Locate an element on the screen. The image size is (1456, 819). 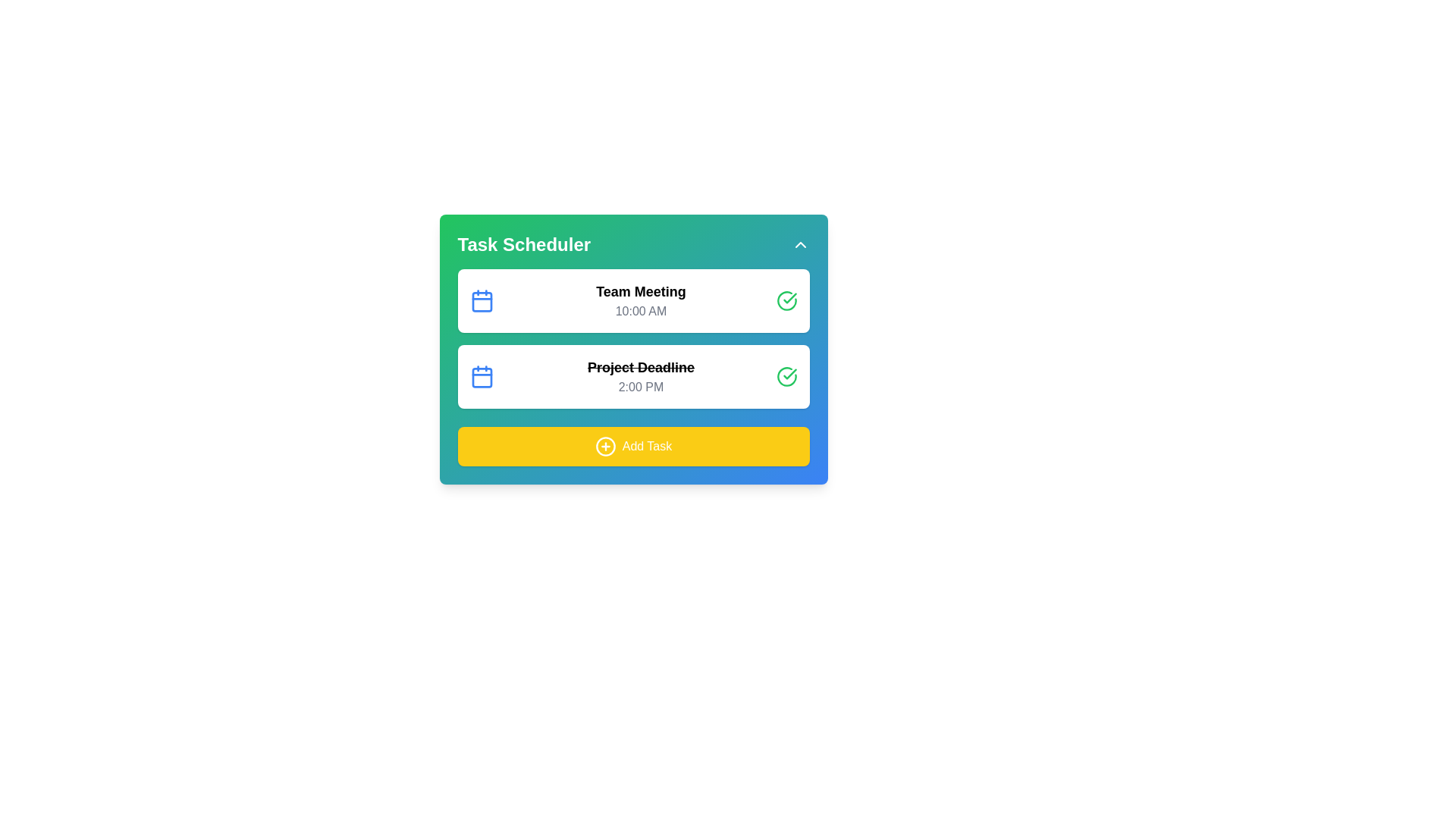
the button in the top-right corner of the 'Task Scheduler' pane is located at coordinates (799, 244).